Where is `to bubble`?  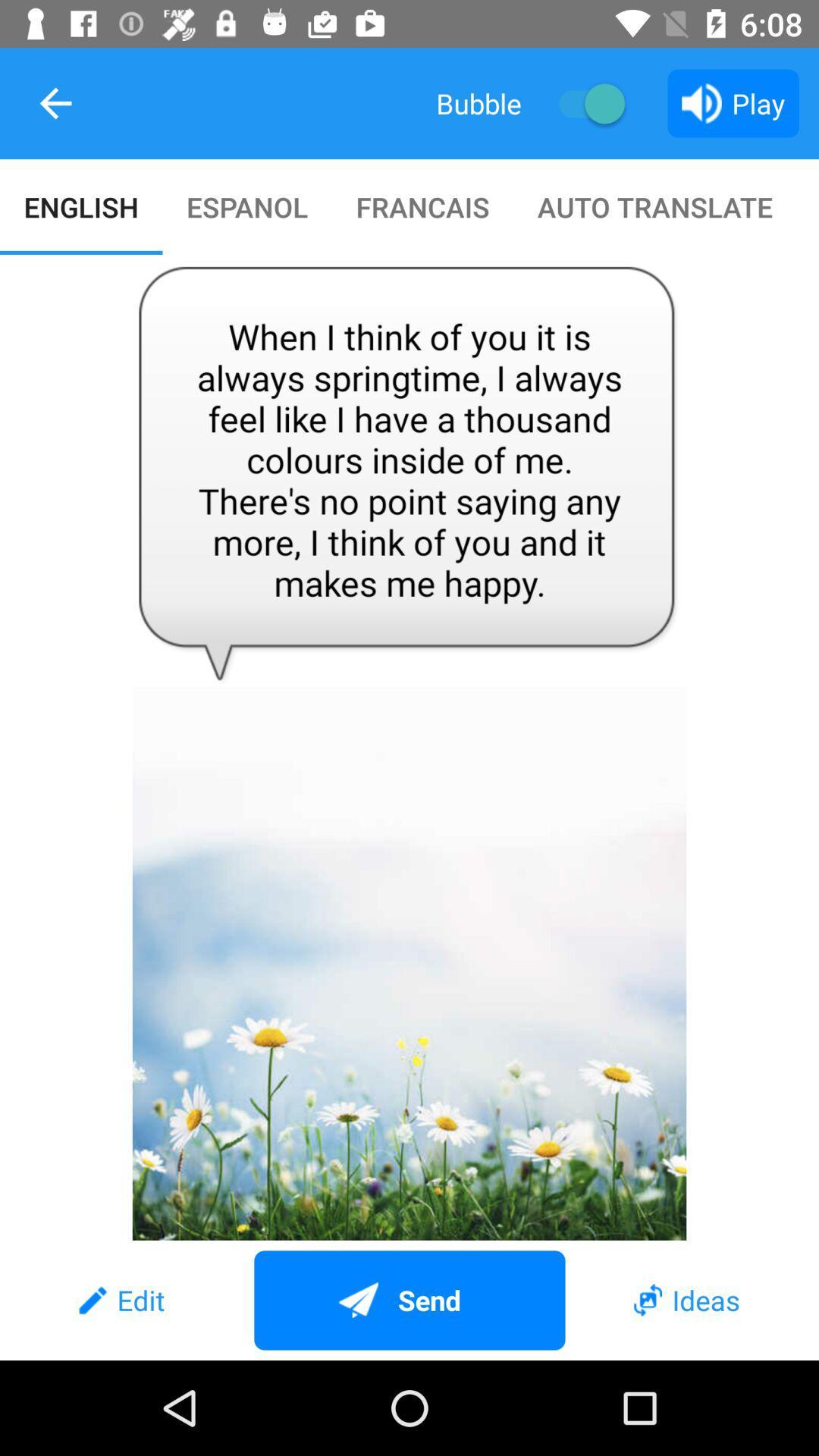 to bubble is located at coordinates (584, 102).